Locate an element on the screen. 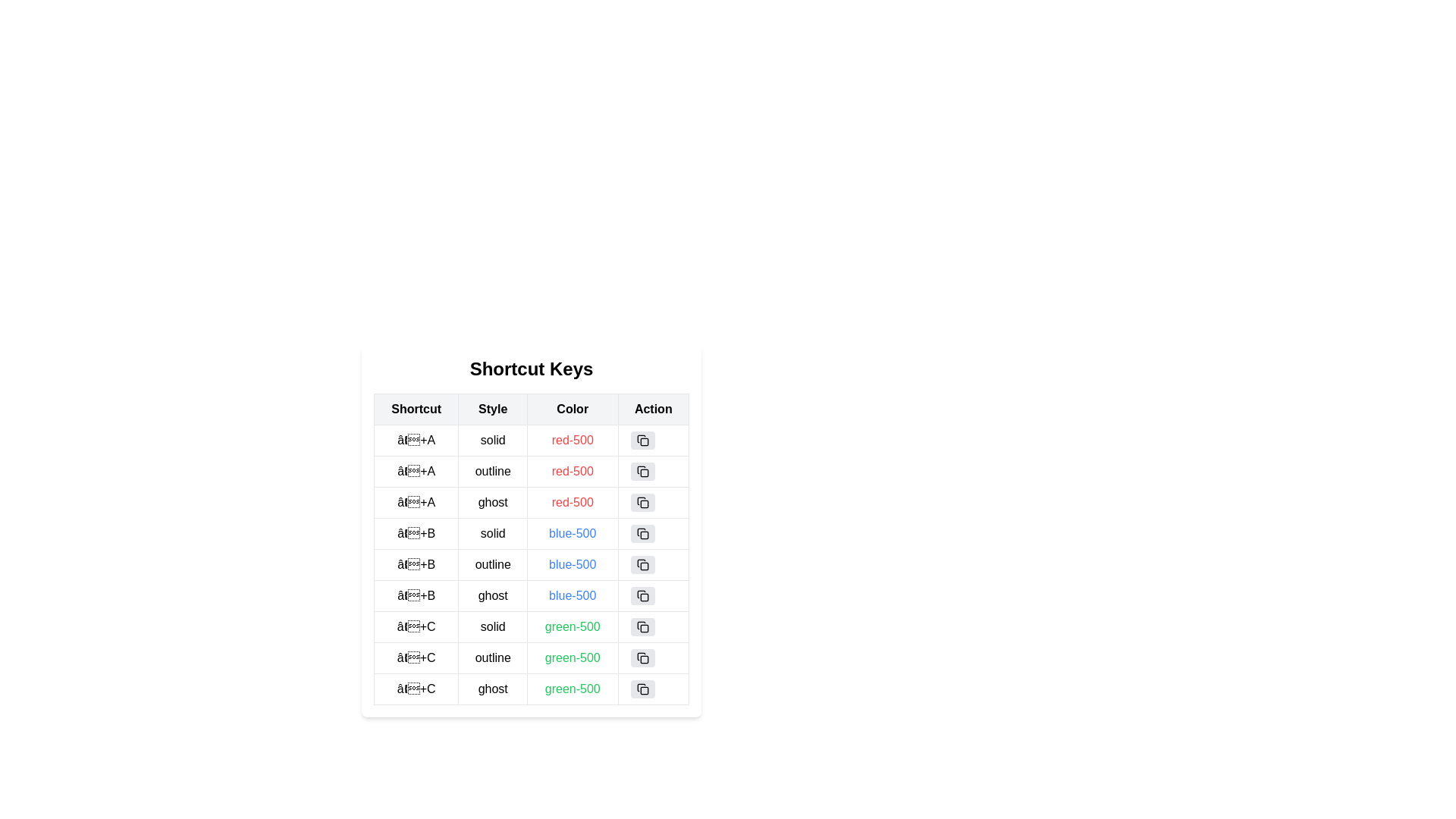 The height and width of the screenshot is (819, 1456). the Table Header Cell labeled 'Shortcut' is located at coordinates (416, 409).